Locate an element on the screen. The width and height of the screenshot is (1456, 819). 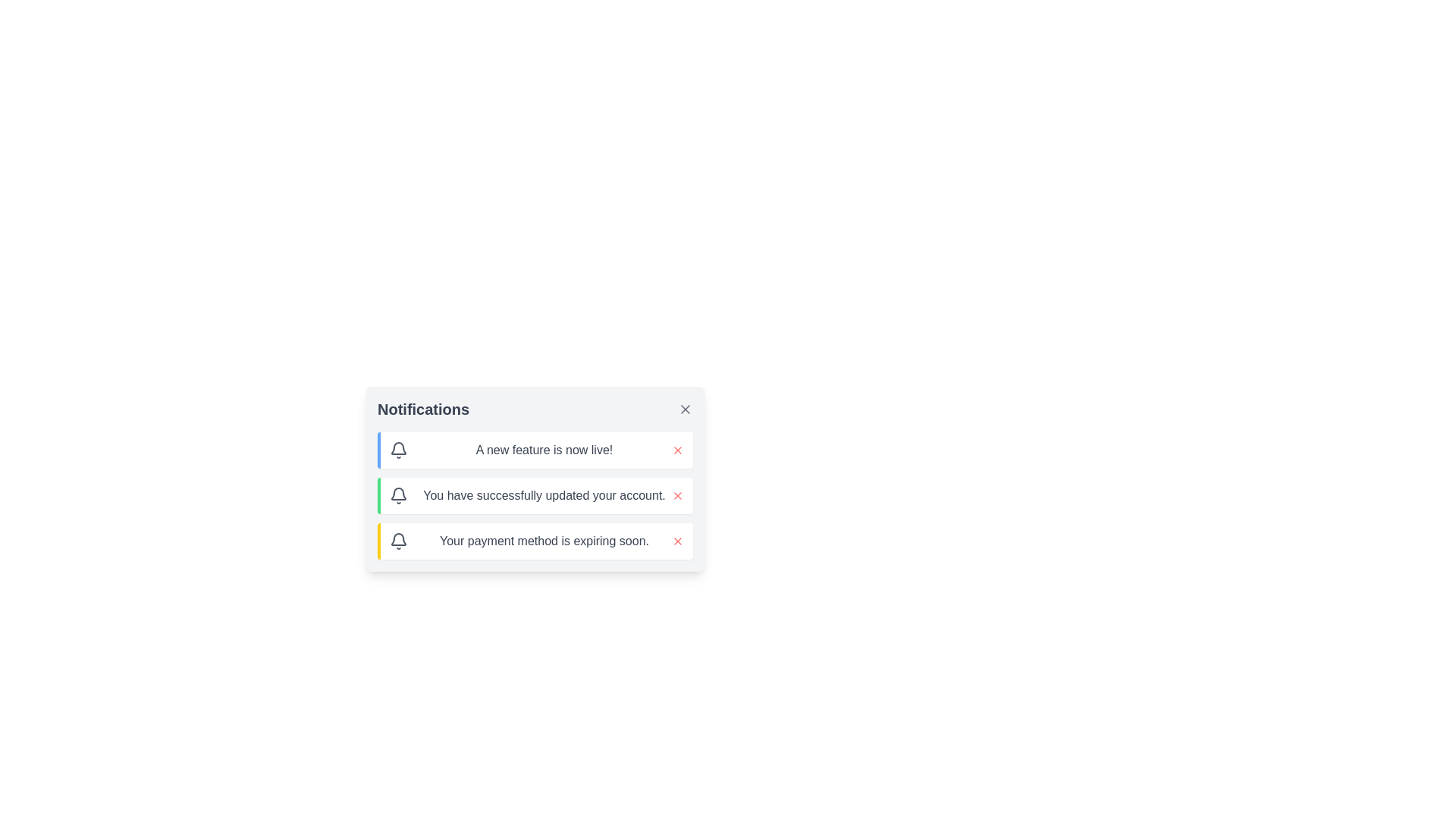
the Close button located at the top-right corner of the alert box labeled 'A new feature is now live!' to check for a tooltip or state change is located at coordinates (676, 450).